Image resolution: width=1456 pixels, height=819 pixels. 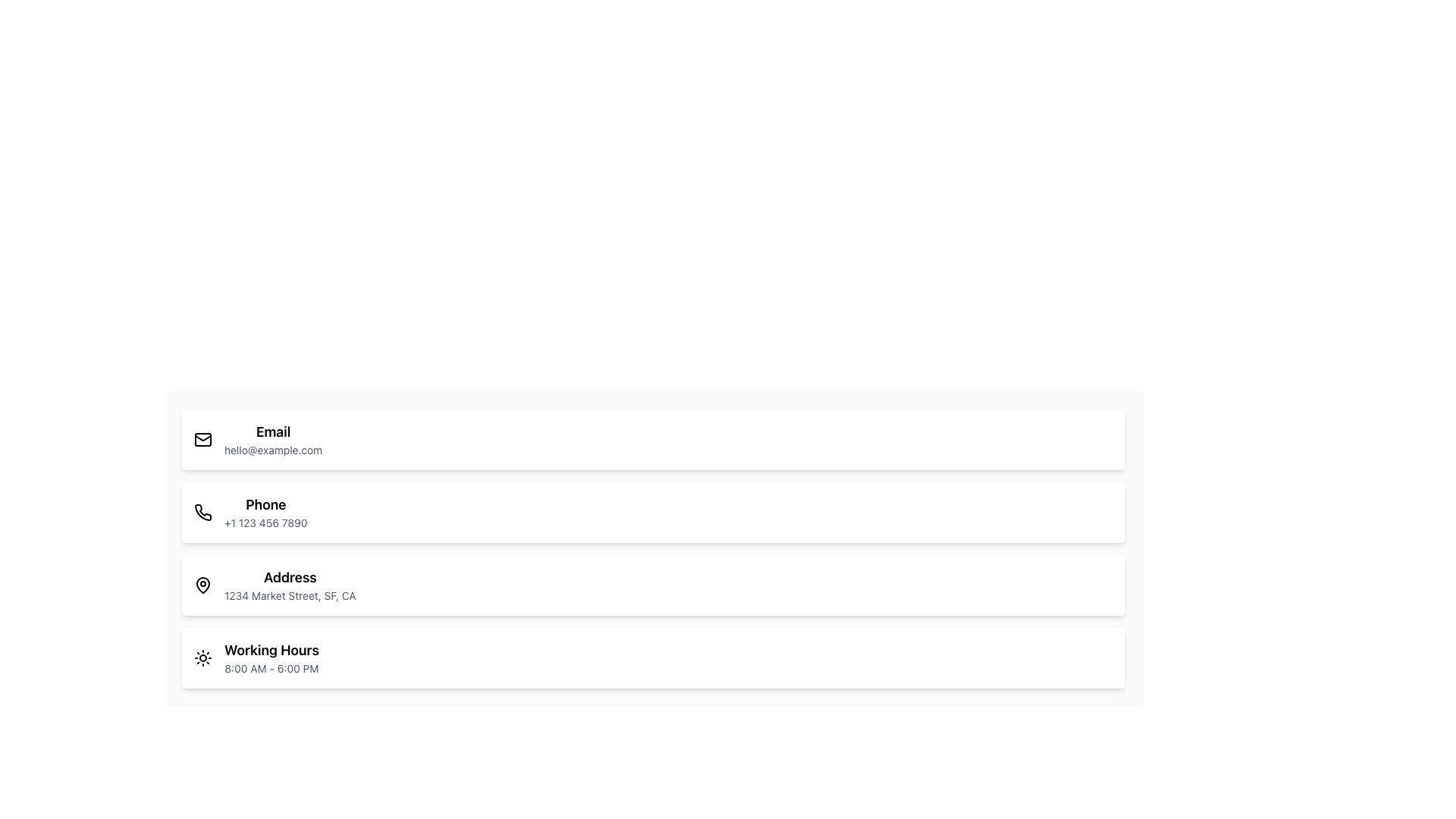 I want to click on the static text display showing '1234 Market Street, SF, CA.', so click(x=290, y=595).